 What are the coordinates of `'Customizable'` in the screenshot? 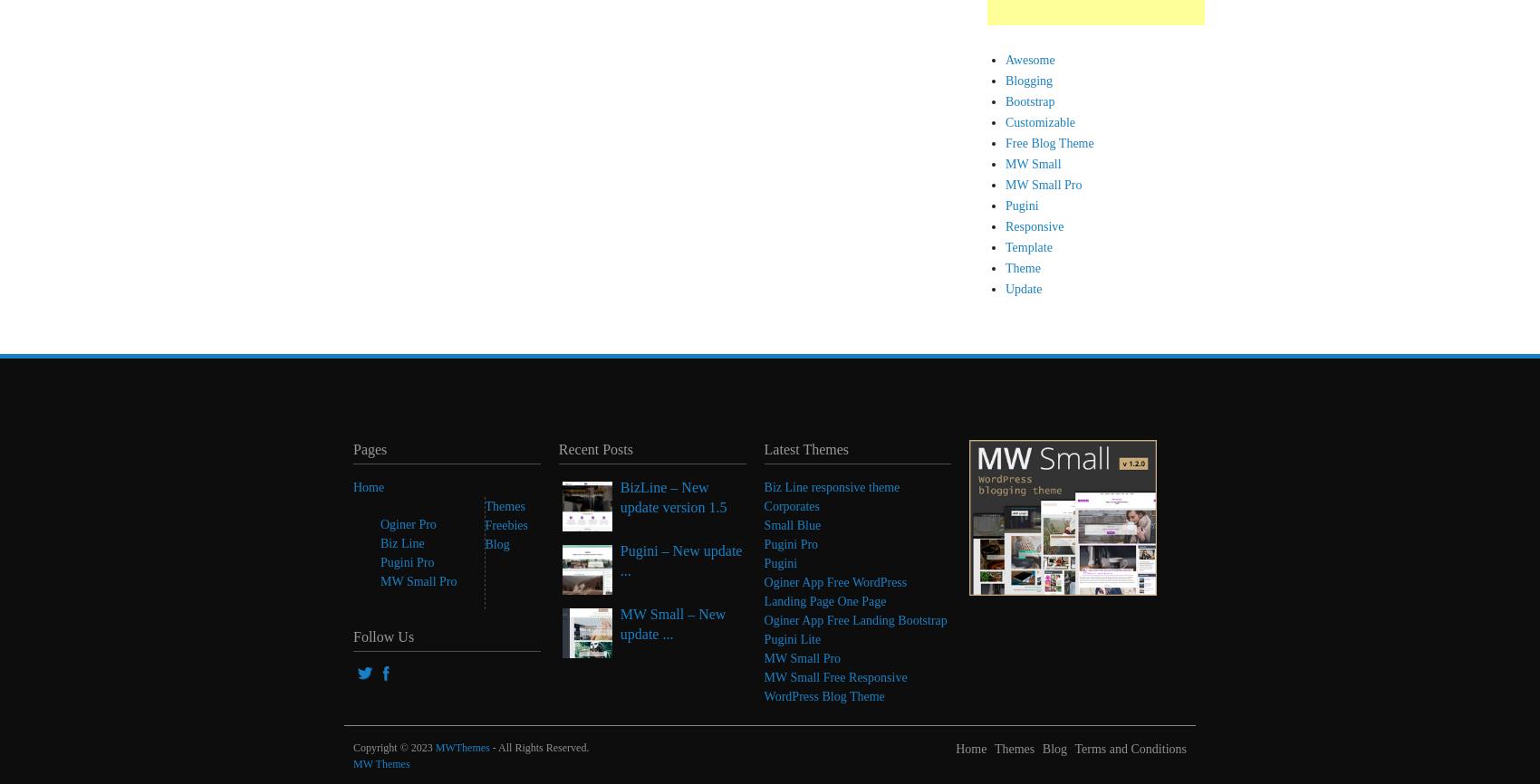 It's located at (1040, 122).